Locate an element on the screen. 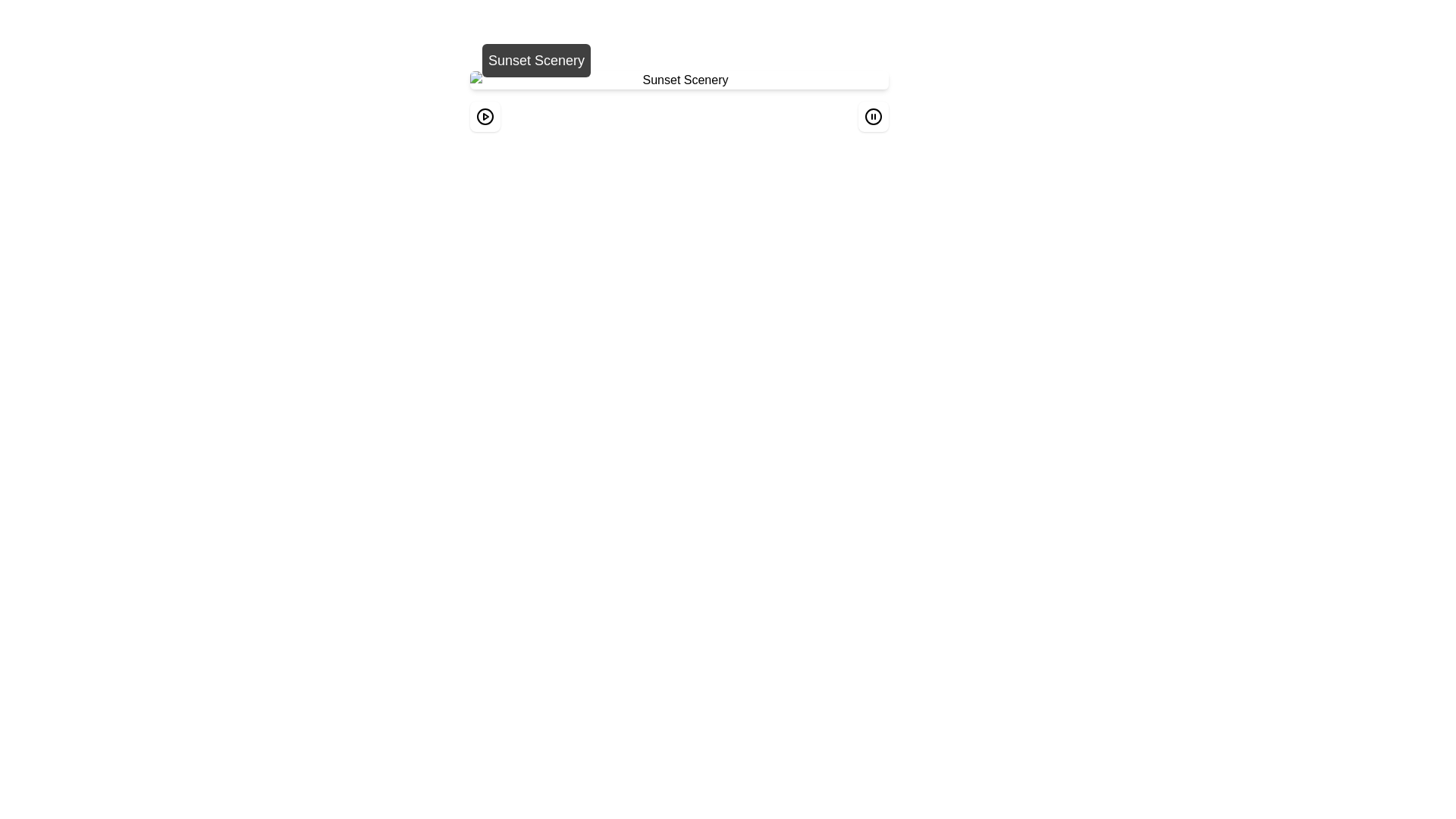 The width and height of the screenshot is (1456, 819). the circular outline within the play button icon, which is centered and complements the triangular play symbol is located at coordinates (484, 116).